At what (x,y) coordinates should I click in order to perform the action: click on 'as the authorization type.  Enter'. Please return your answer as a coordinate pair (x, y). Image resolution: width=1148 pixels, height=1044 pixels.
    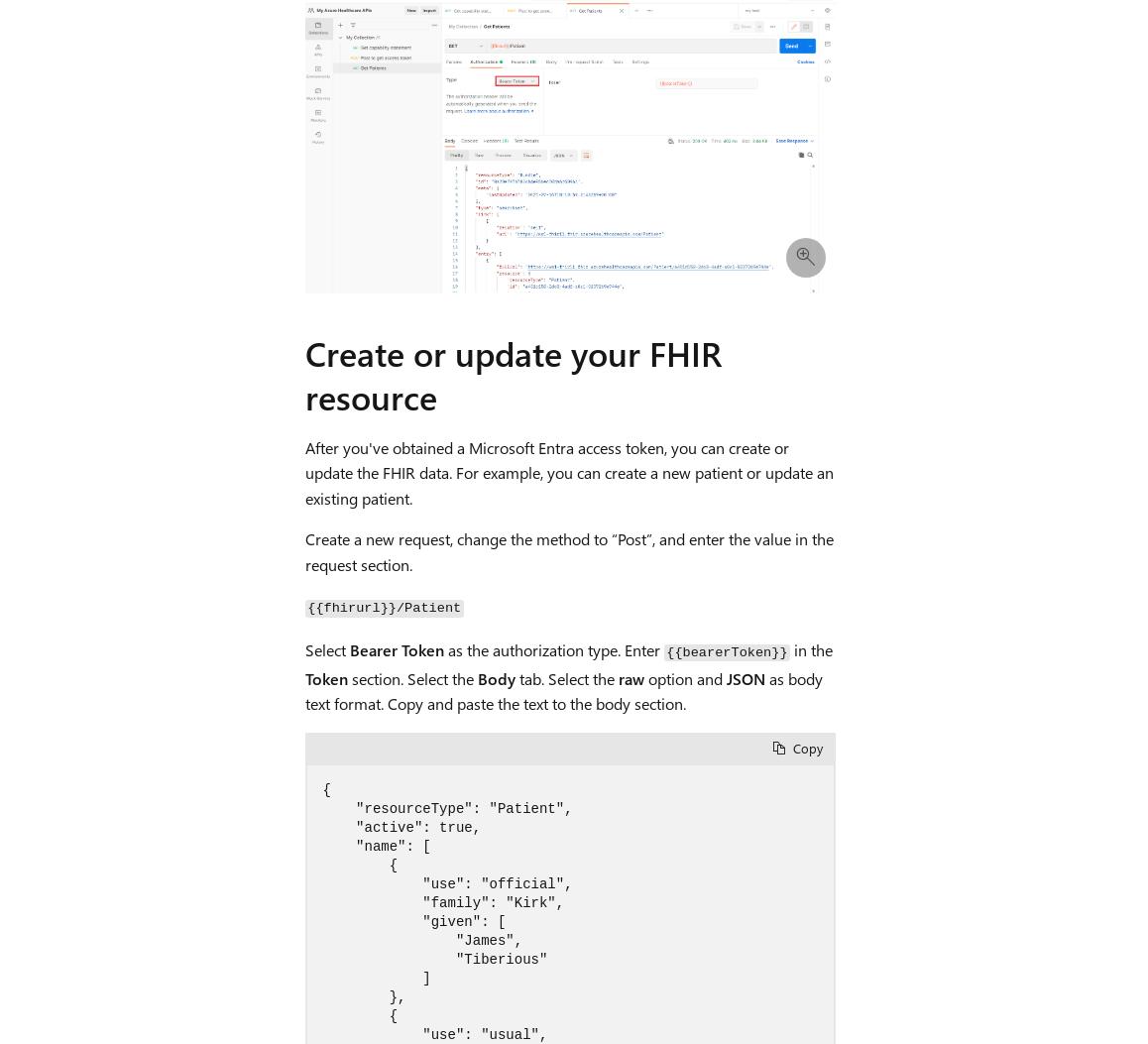
    Looking at the image, I should click on (553, 648).